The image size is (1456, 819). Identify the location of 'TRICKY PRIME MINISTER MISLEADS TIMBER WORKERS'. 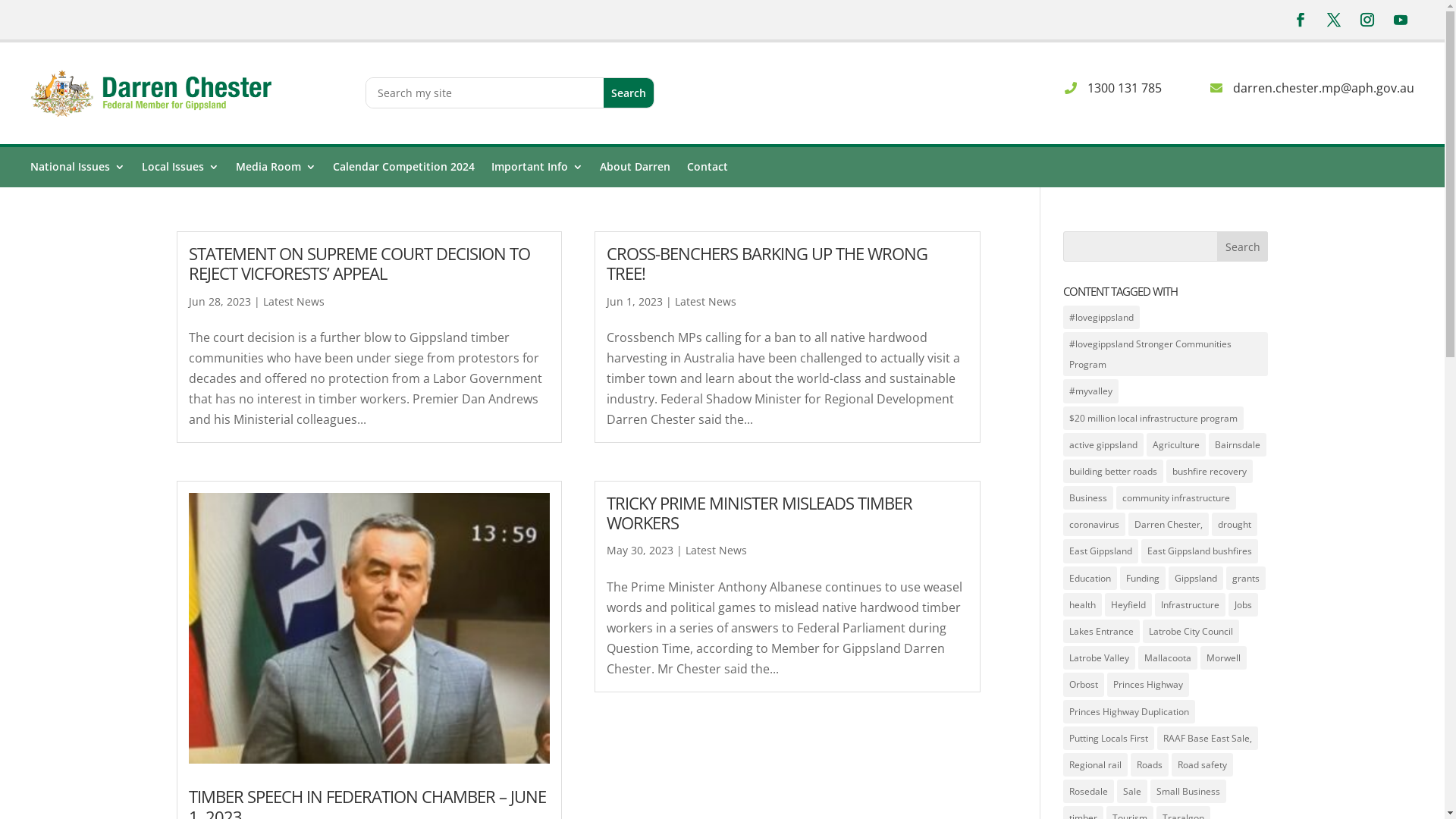
(759, 512).